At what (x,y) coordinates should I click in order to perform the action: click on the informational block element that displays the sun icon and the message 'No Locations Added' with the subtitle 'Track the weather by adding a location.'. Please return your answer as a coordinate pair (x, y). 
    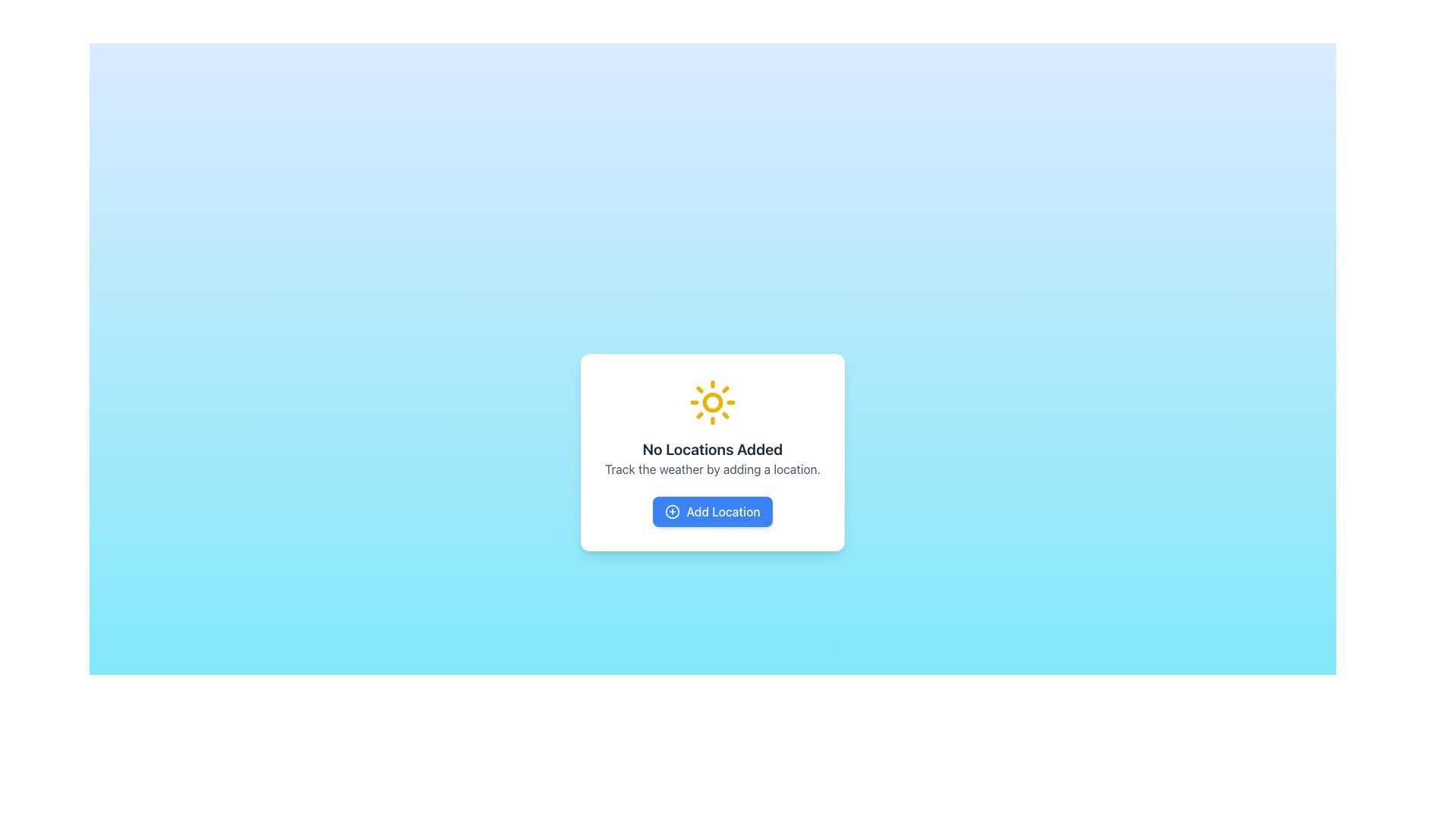
    Looking at the image, I should click on (712, 428).